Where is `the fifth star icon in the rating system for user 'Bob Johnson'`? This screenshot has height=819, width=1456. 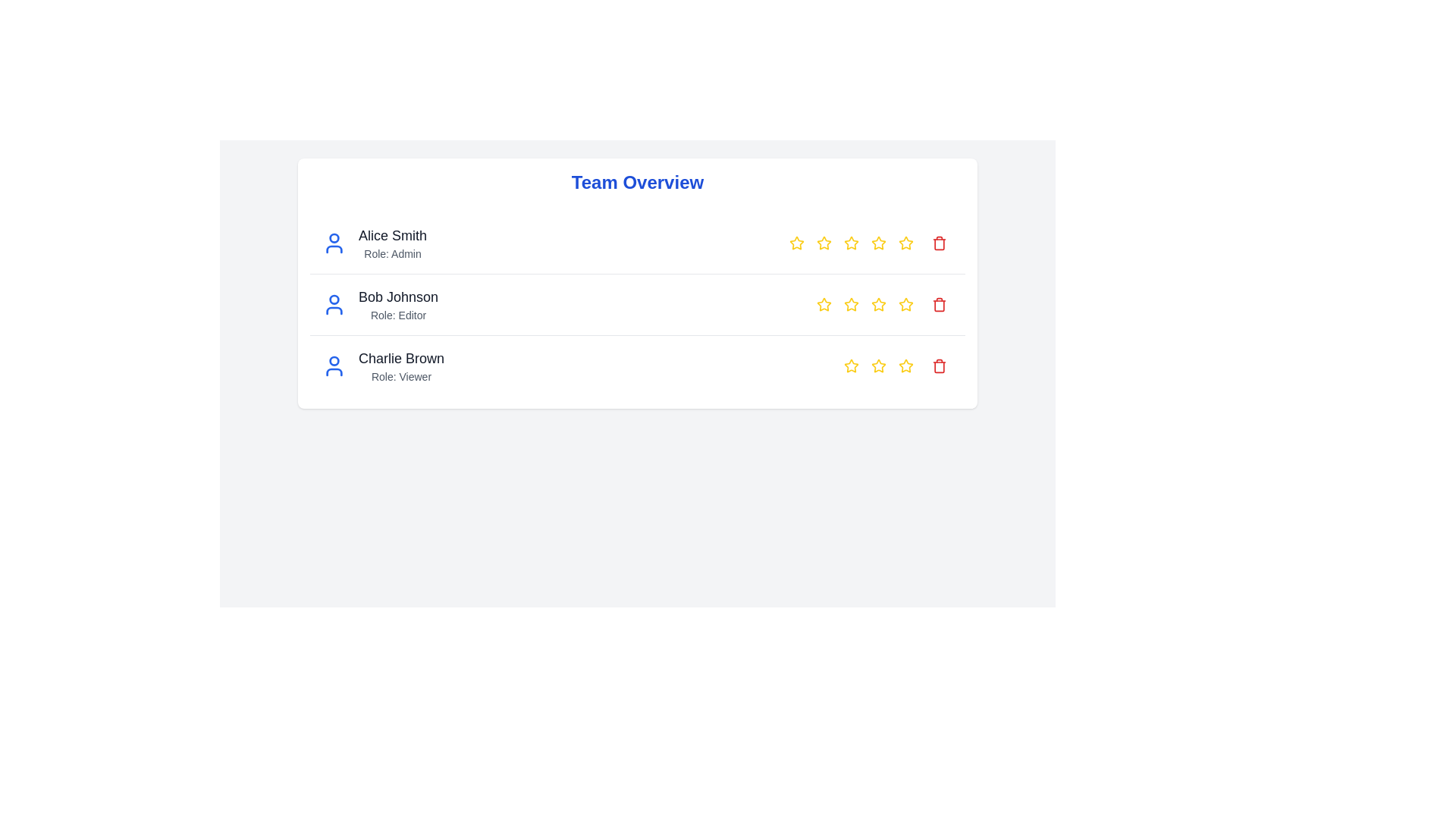 the fifth star icon in the rating system for user 'Bob Johnson' is located at coordinates (906, 242).